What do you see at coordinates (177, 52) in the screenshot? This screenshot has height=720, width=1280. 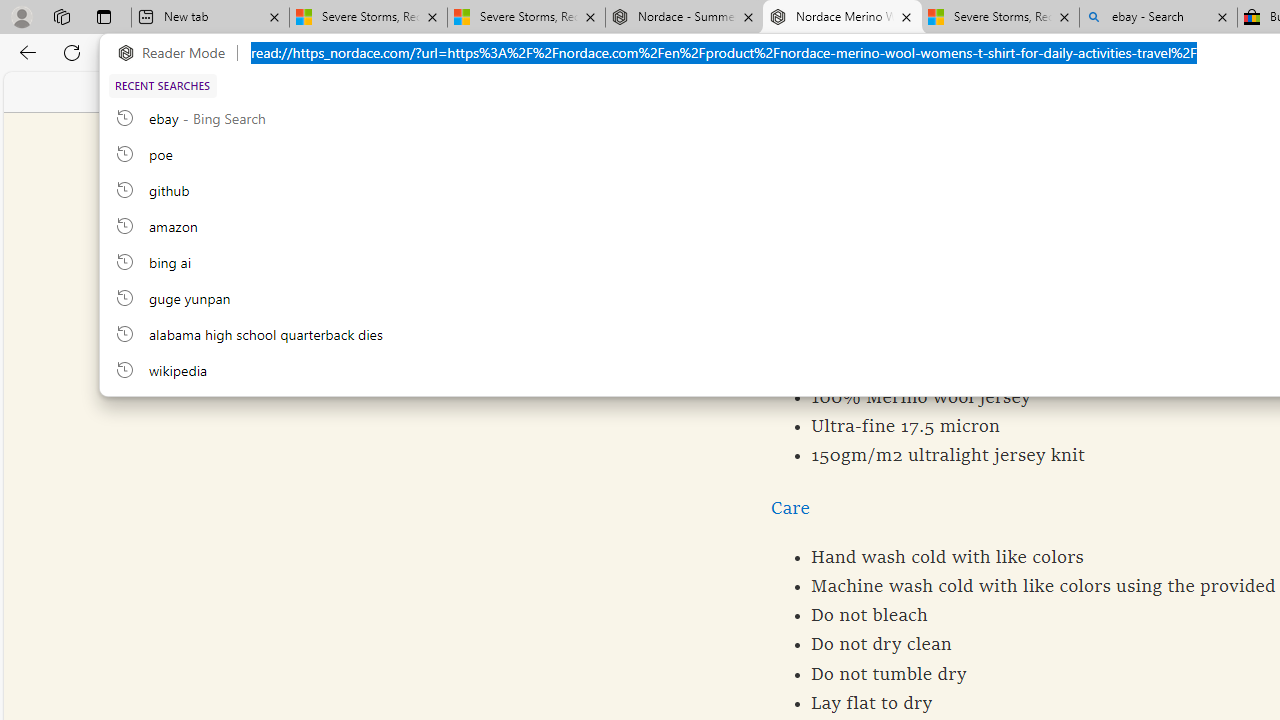 I see `'Reader Mode'` at bounding box center [177, 52].